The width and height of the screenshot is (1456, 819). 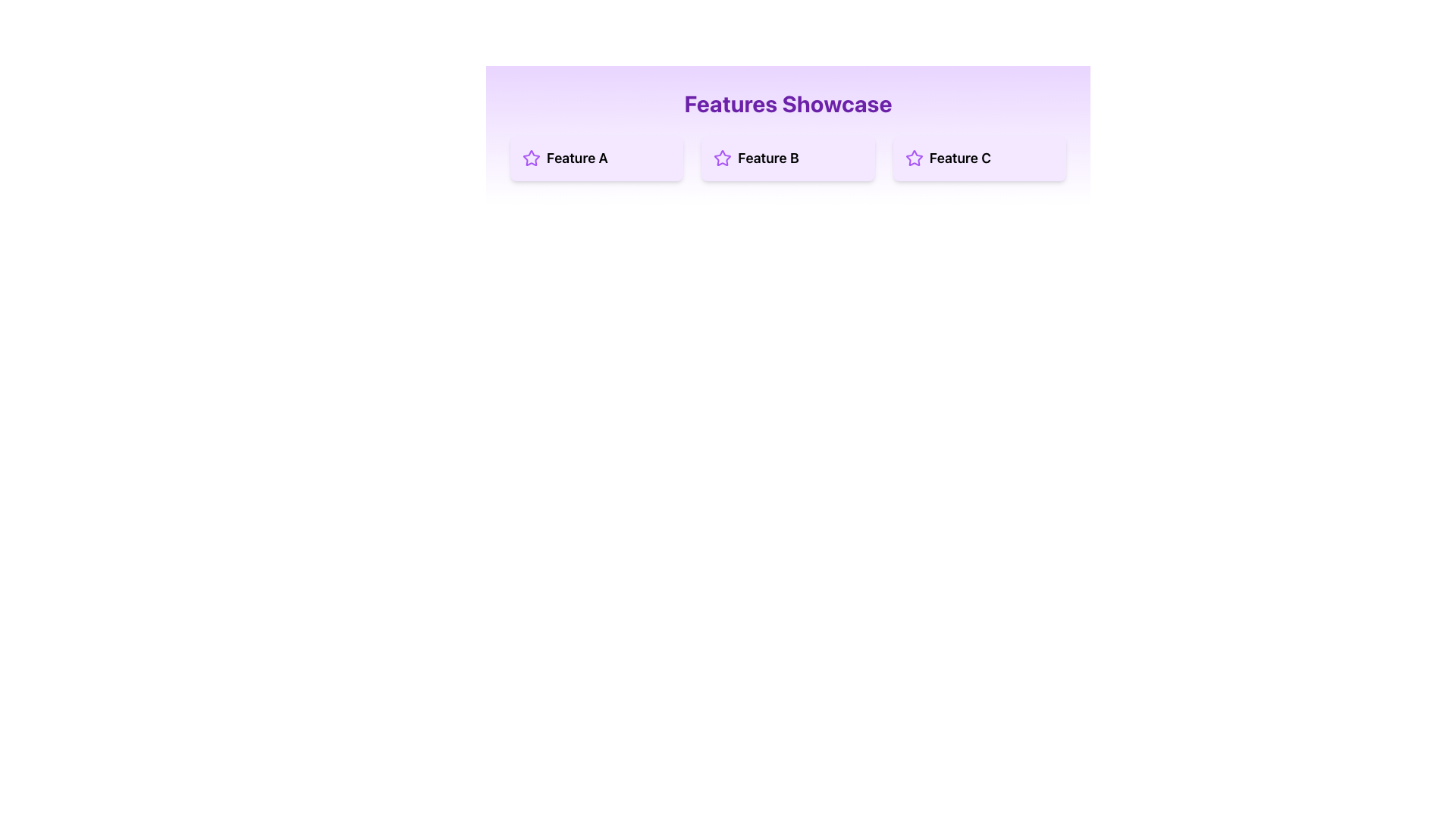 What do you see at coordinates (596, 158) in the screenshot?
I see `the non-interactive decorative card representing 'Feature A', which highlights the feature with an icon and a label. This card is the first in a horizontal grid layout under the 'Features Showcase' section` at bounding box center [596, 158].